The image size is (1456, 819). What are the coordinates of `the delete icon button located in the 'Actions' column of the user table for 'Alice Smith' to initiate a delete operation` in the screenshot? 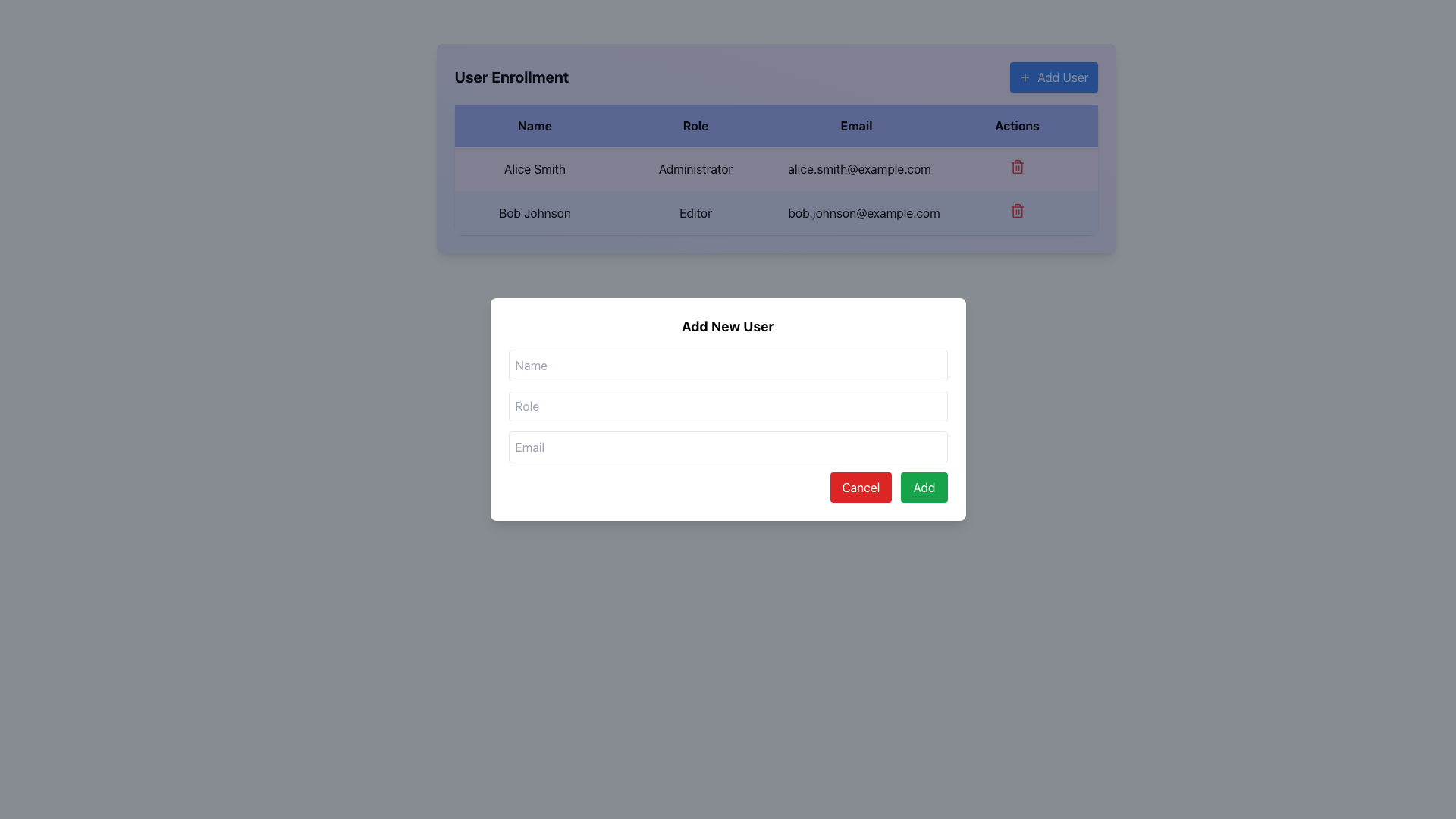 It's located at (1017, 166).